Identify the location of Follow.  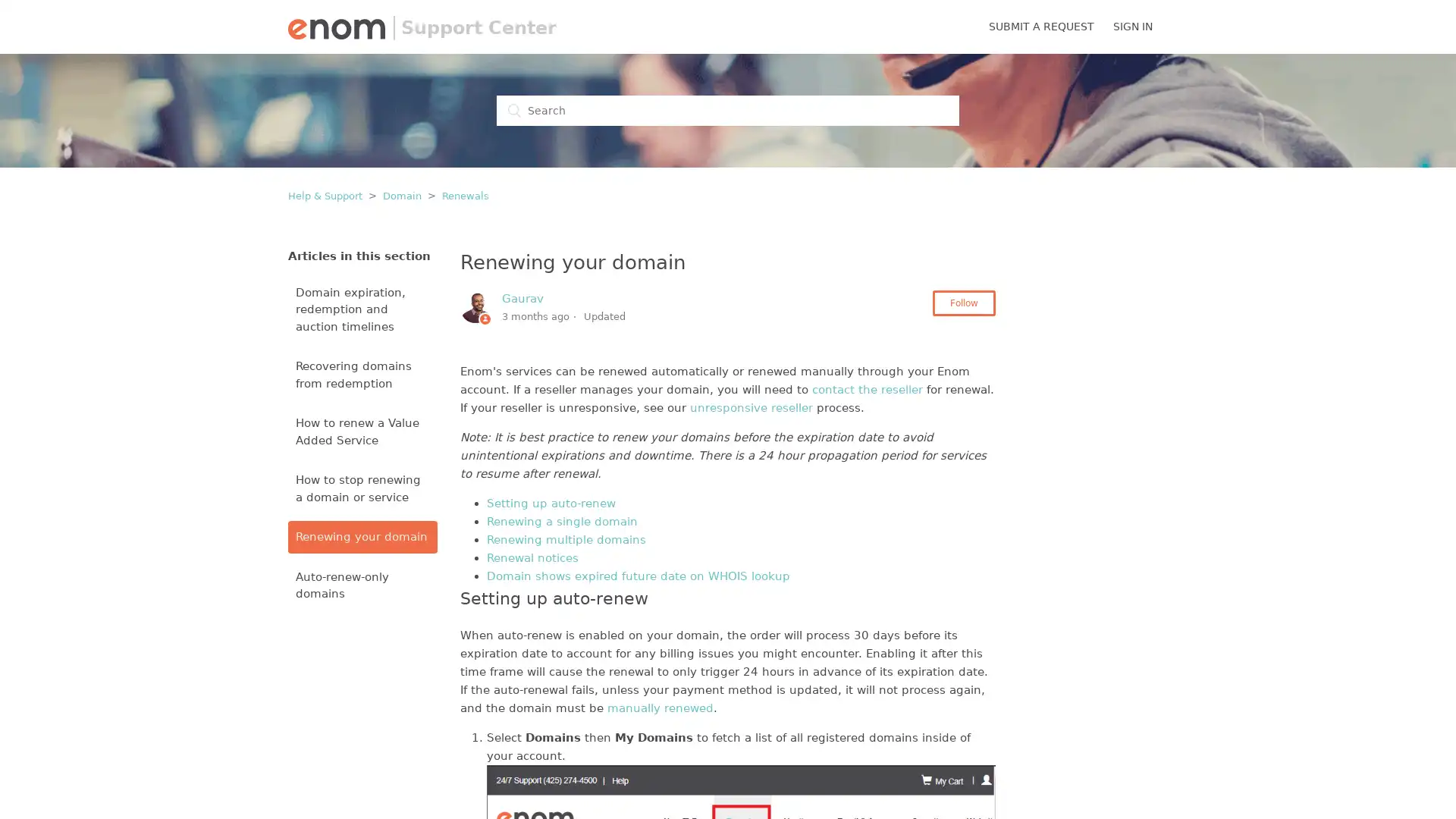
(962, 303).